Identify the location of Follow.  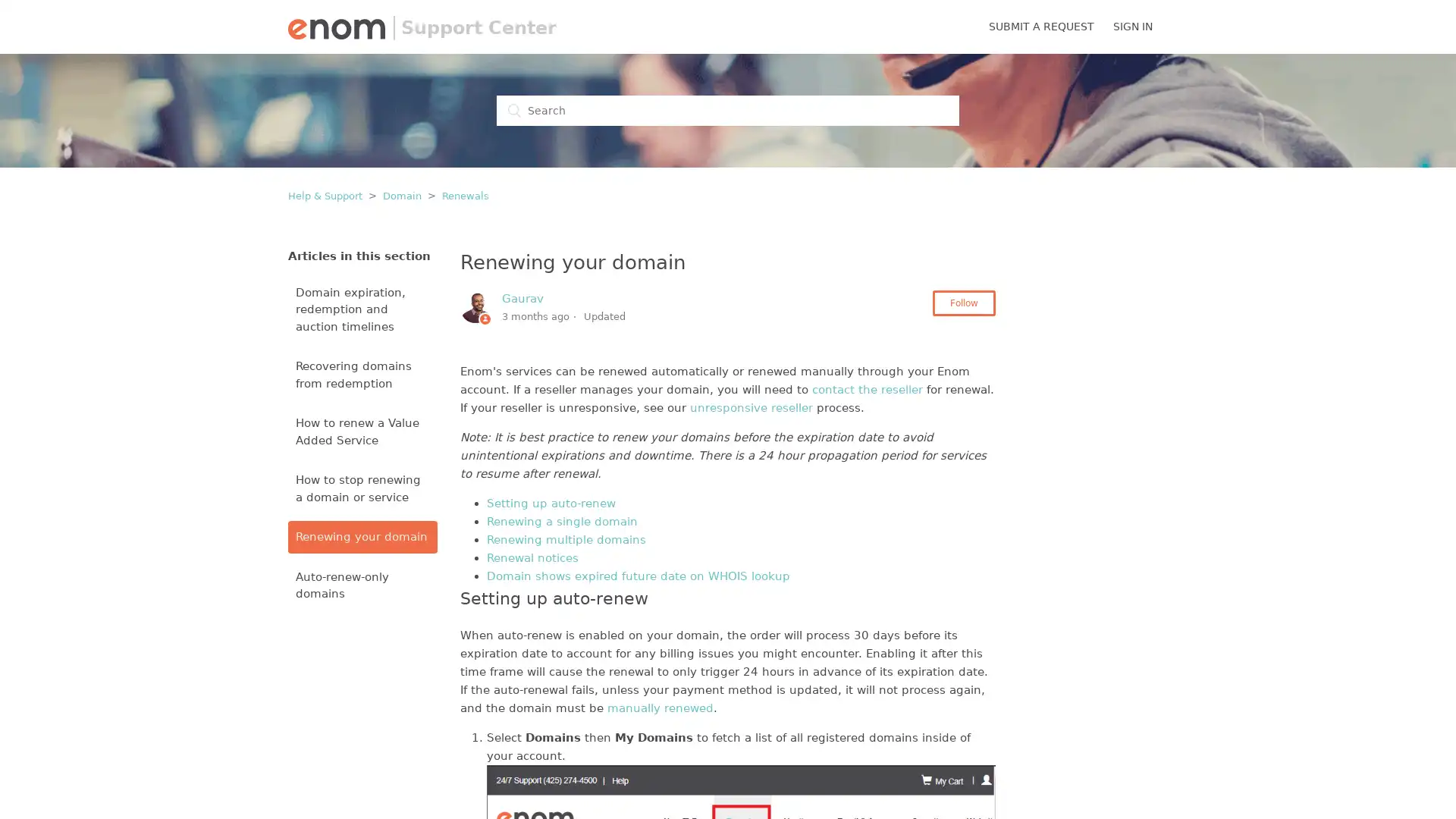
(962, 303).